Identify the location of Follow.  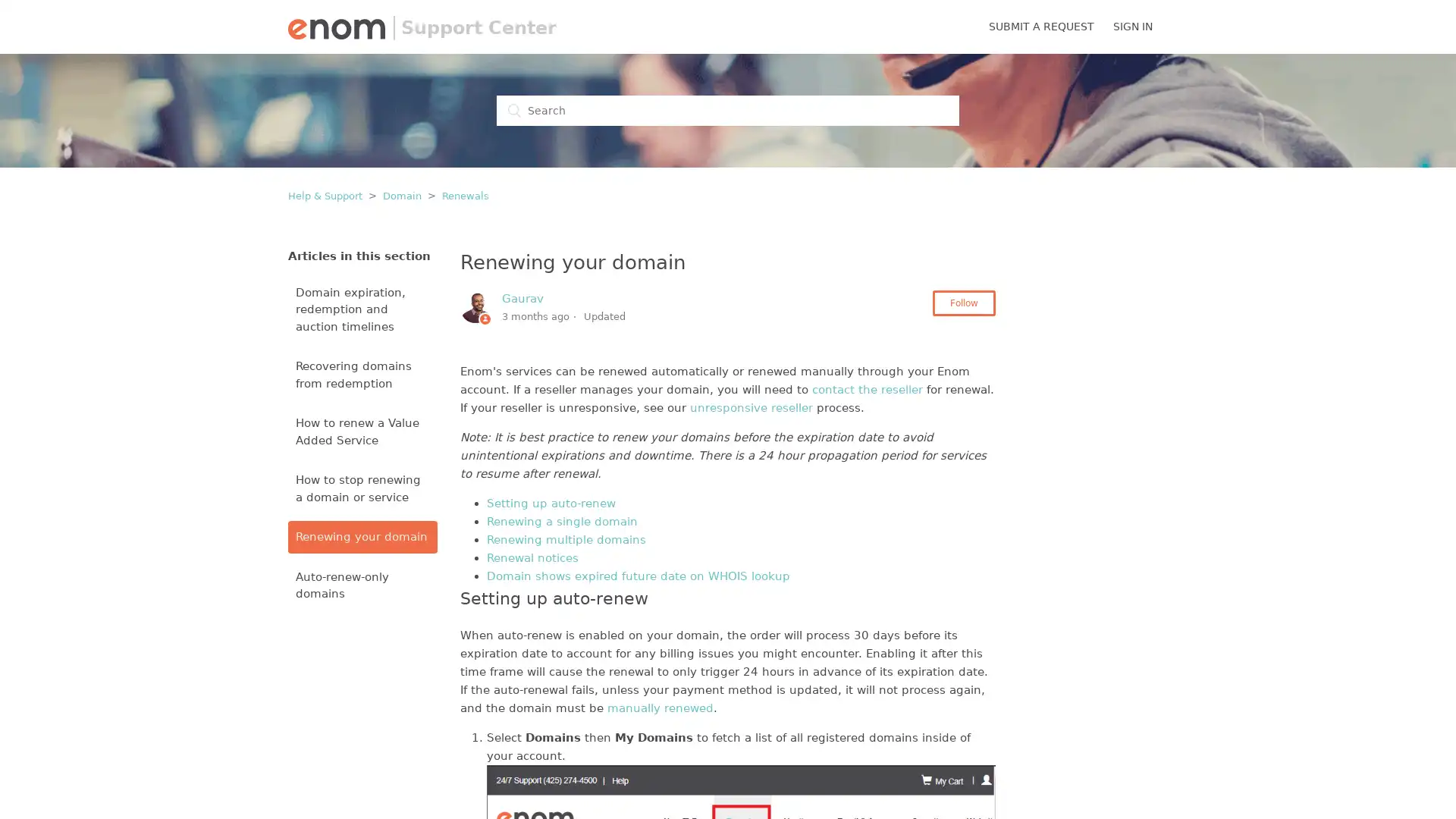
(962, 303).